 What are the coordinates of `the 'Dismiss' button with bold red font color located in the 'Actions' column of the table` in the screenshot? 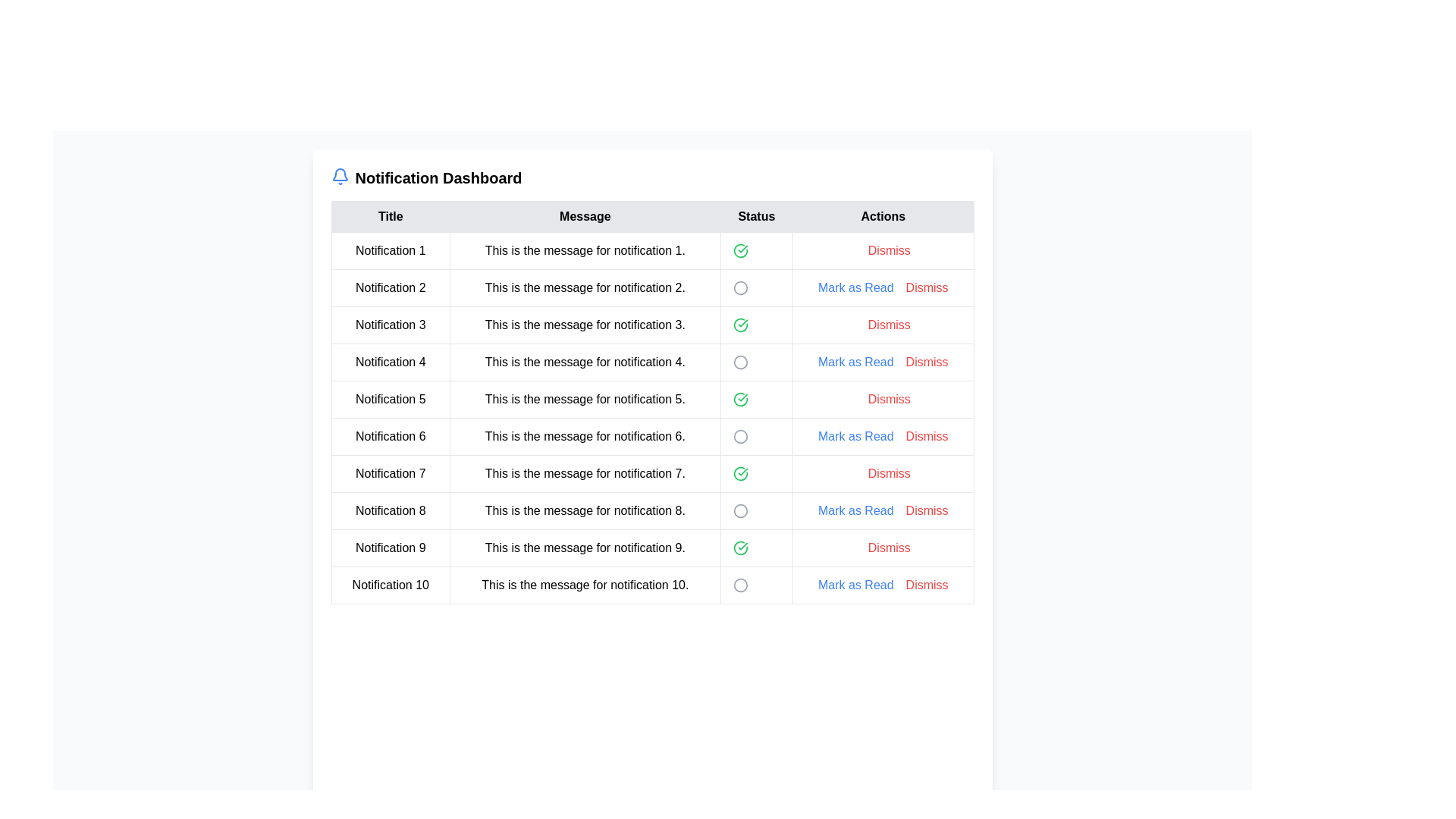 It's located at (889, 548).